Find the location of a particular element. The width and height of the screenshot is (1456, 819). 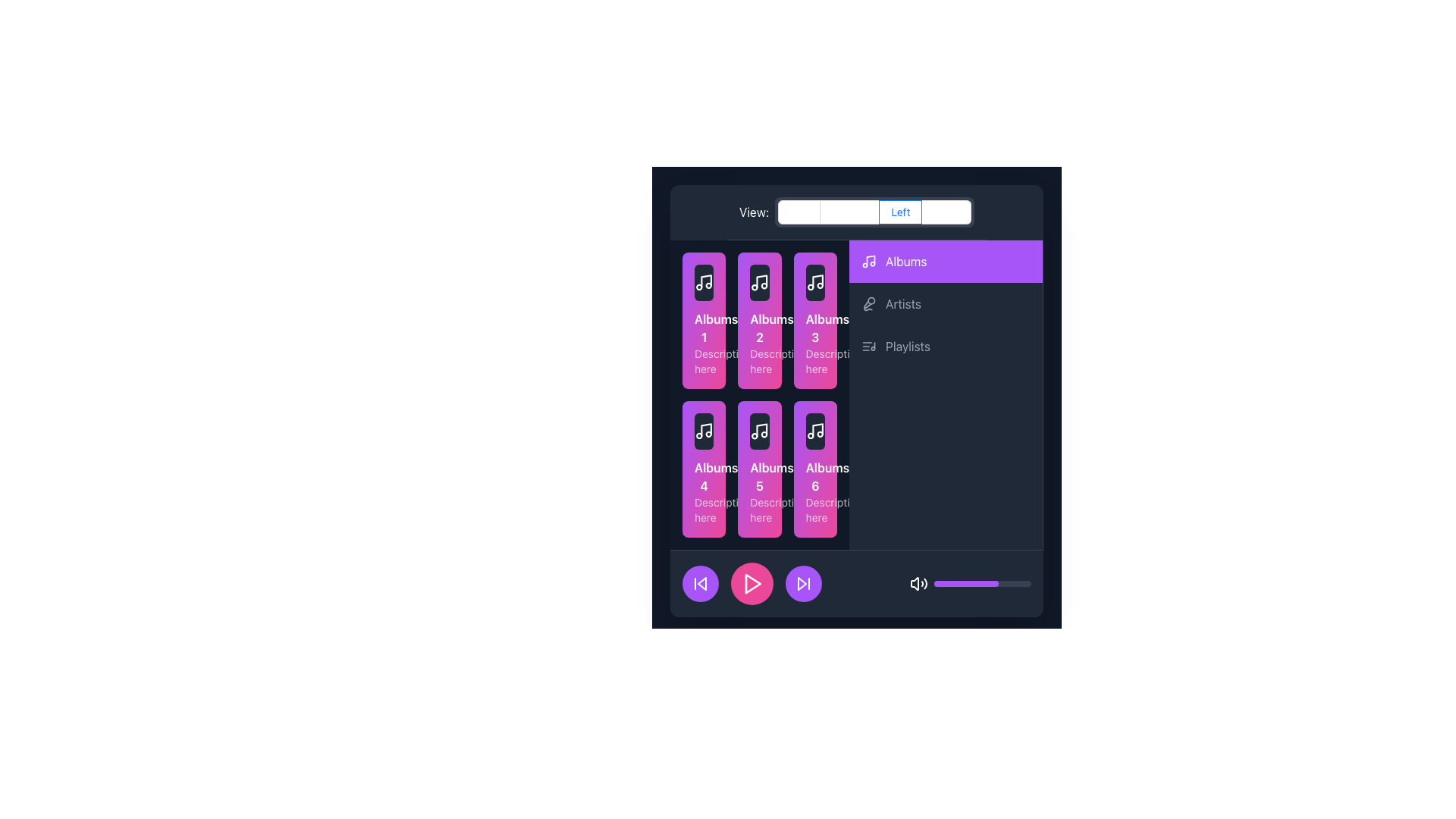

the music note icon, which is part of the album card for Album 1, rendered in a minimalistic line-drawing style against a darker background is located at coordinates (705, 281).